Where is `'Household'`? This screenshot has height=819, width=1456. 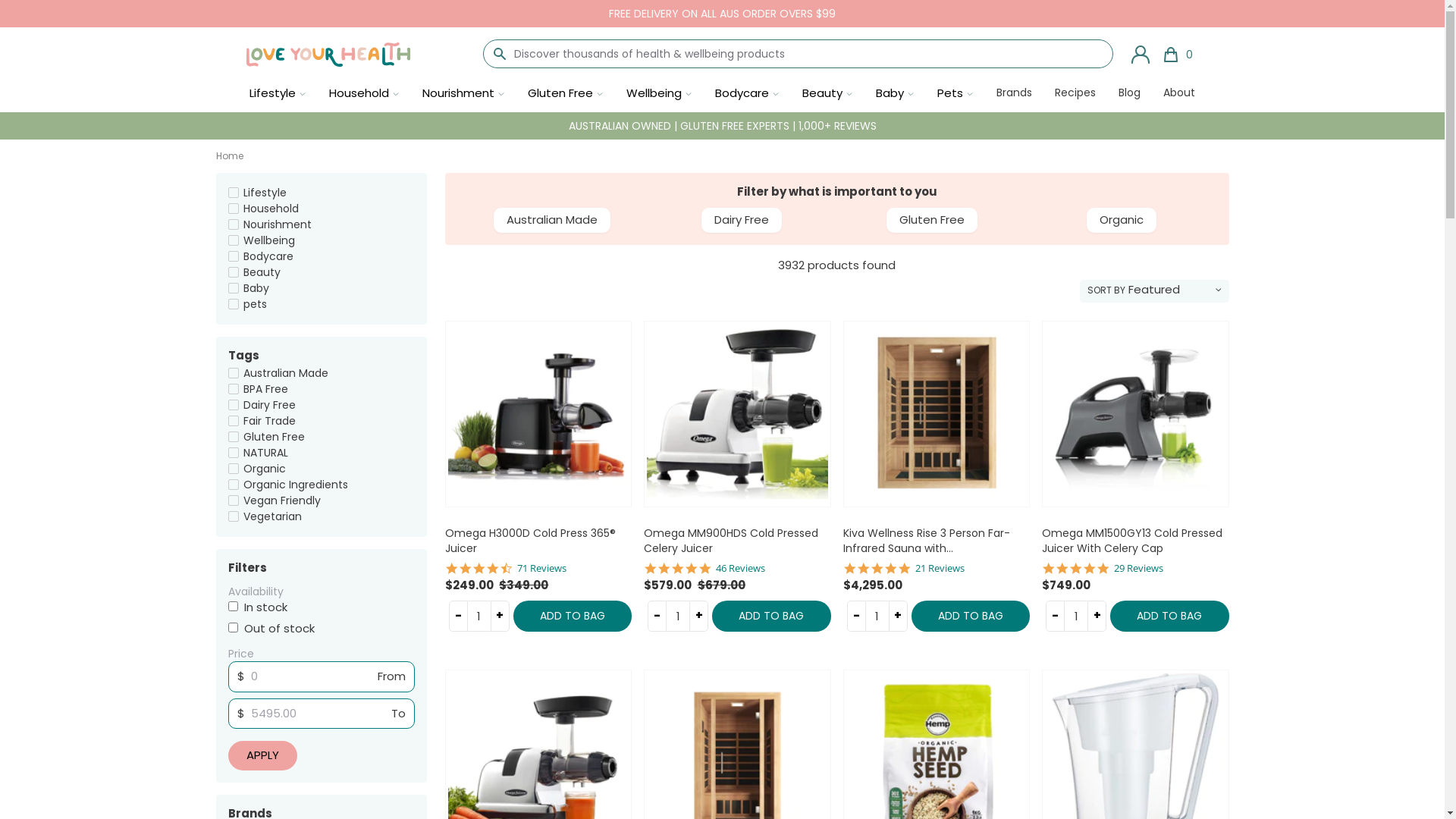
'Household' is located at coordinates (364, 93).